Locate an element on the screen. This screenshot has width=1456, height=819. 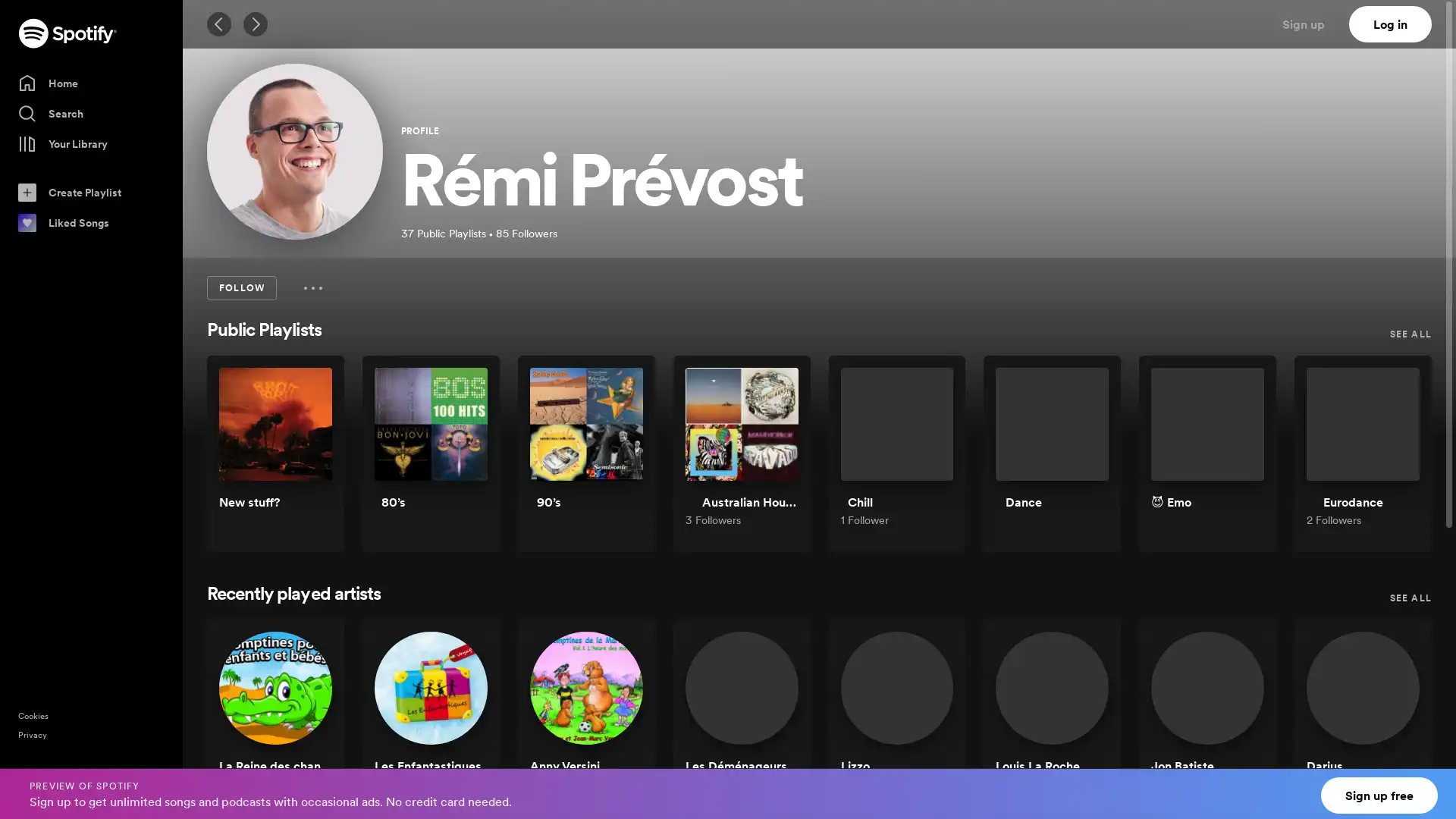
Play Les Demenageurs is located at coordinates (773, 724).